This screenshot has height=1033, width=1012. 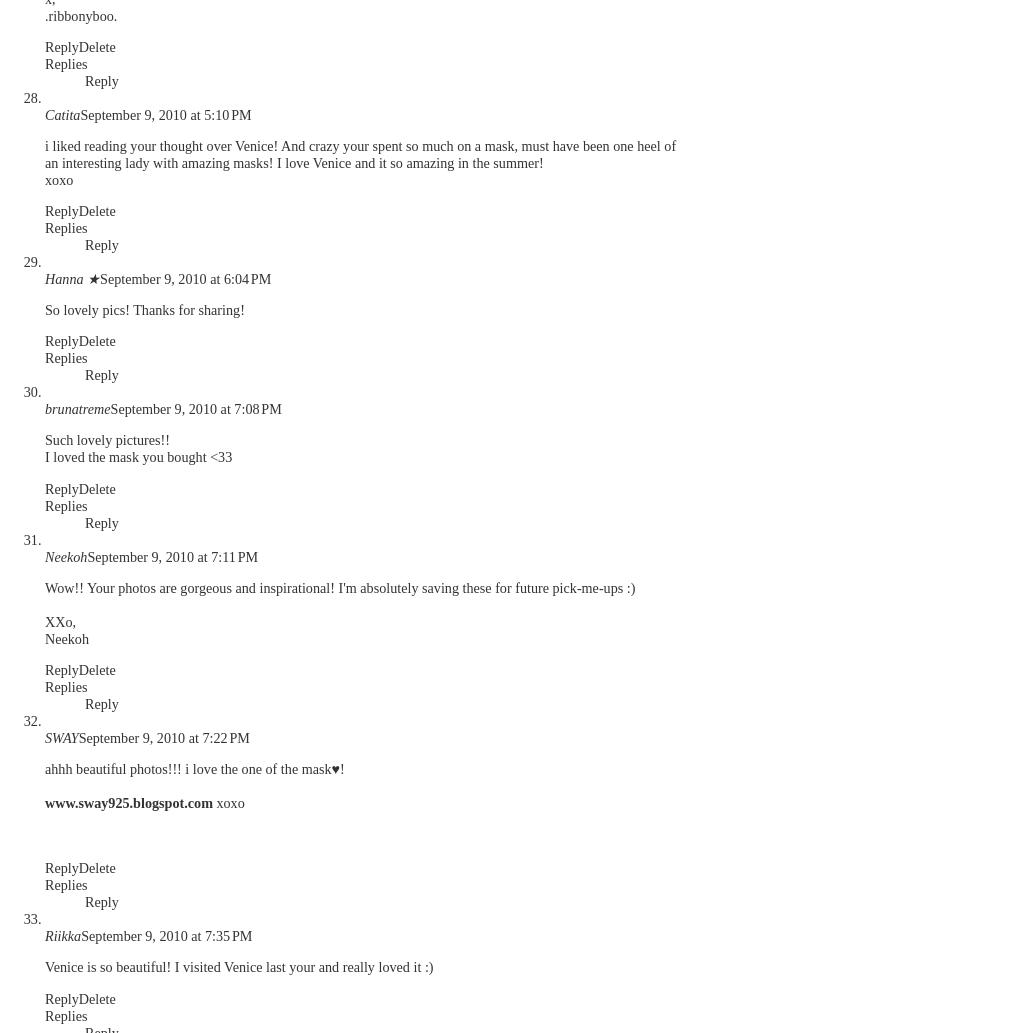 I want to click on 'Such lovely pictures!!', so click(x=106, y=439).